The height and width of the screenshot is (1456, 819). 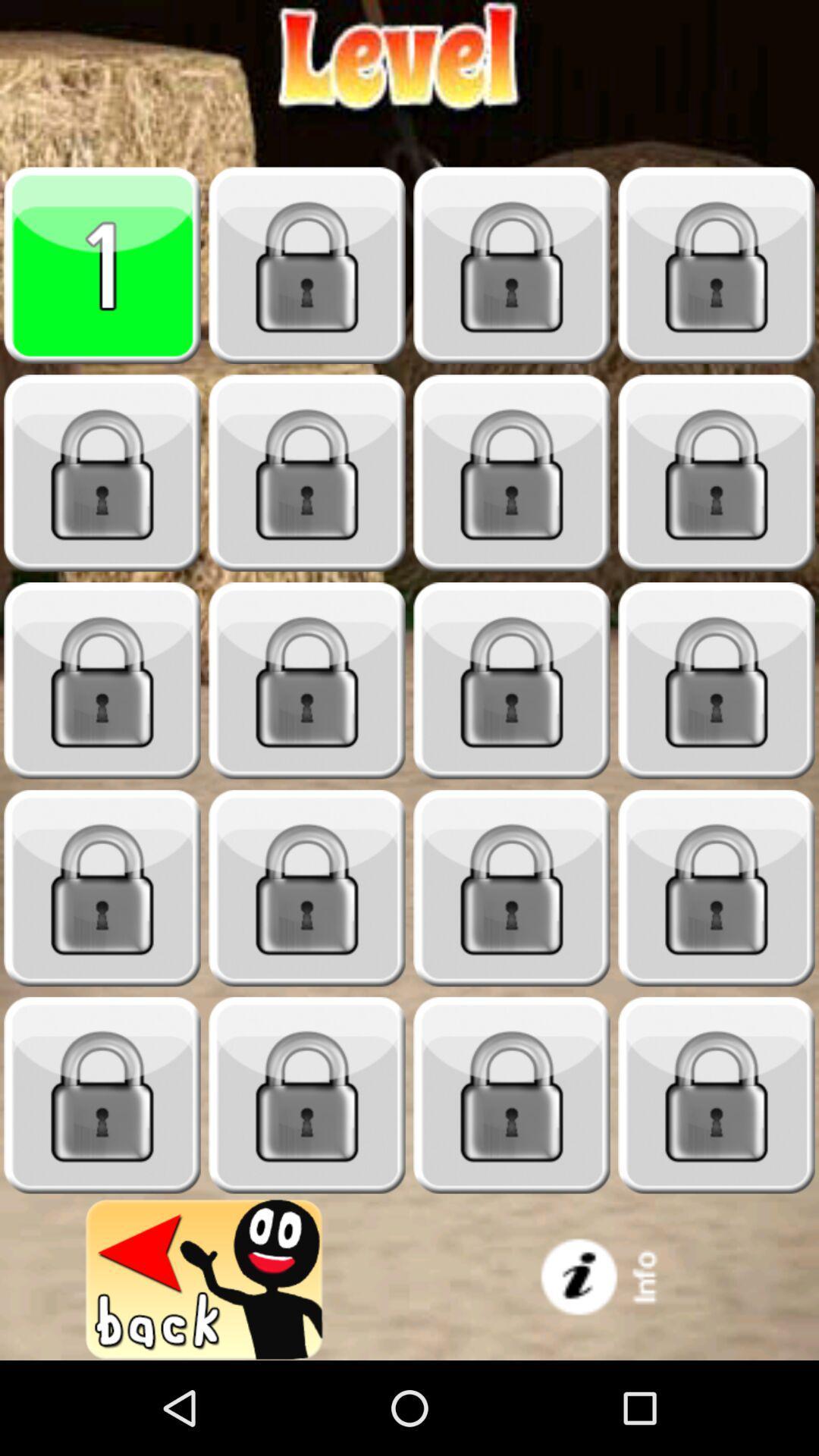 I want to click on locked box, so click(x=512, y=472).